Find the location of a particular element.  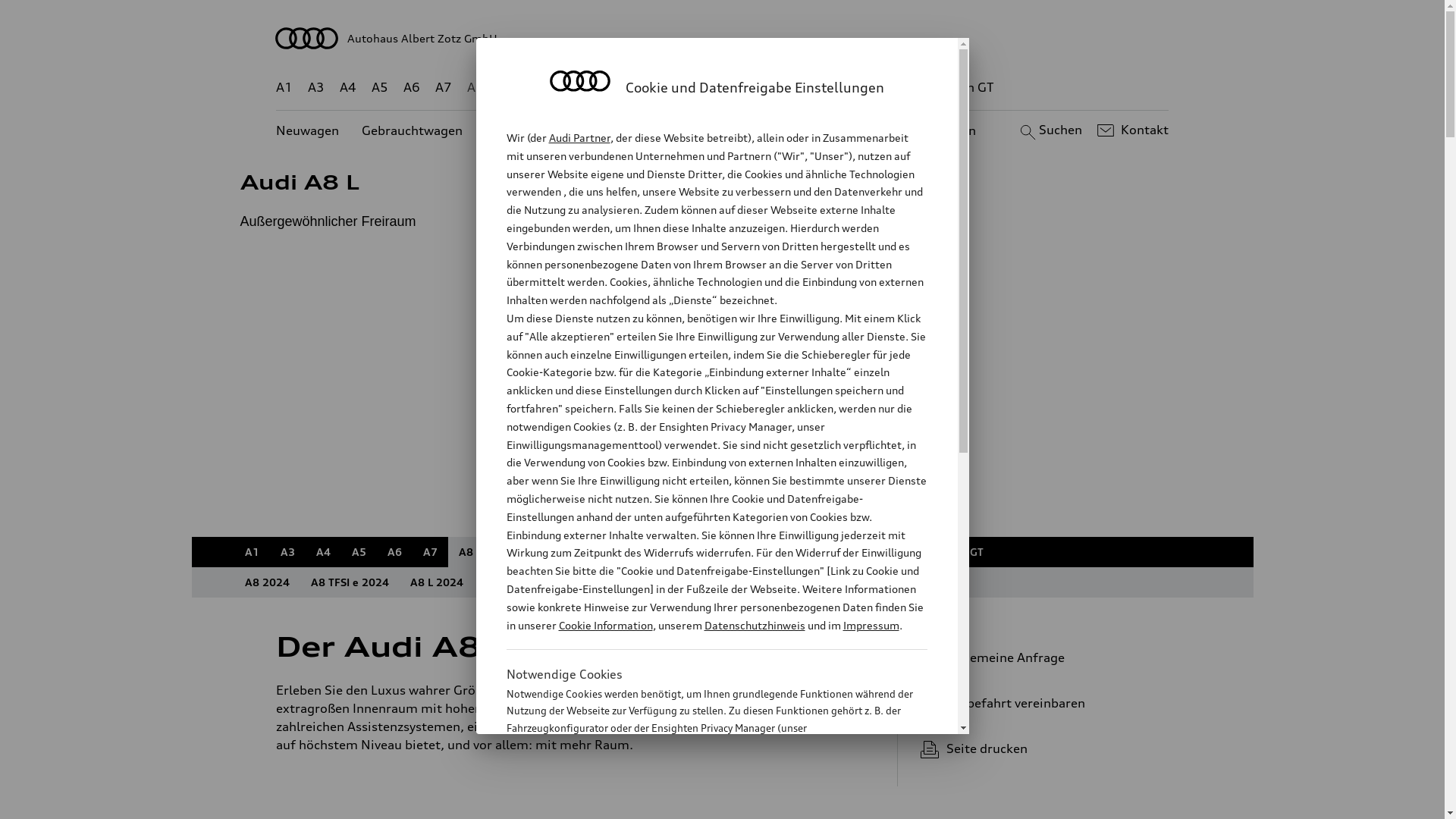

'Q3' is located at coordinates (540, 87).